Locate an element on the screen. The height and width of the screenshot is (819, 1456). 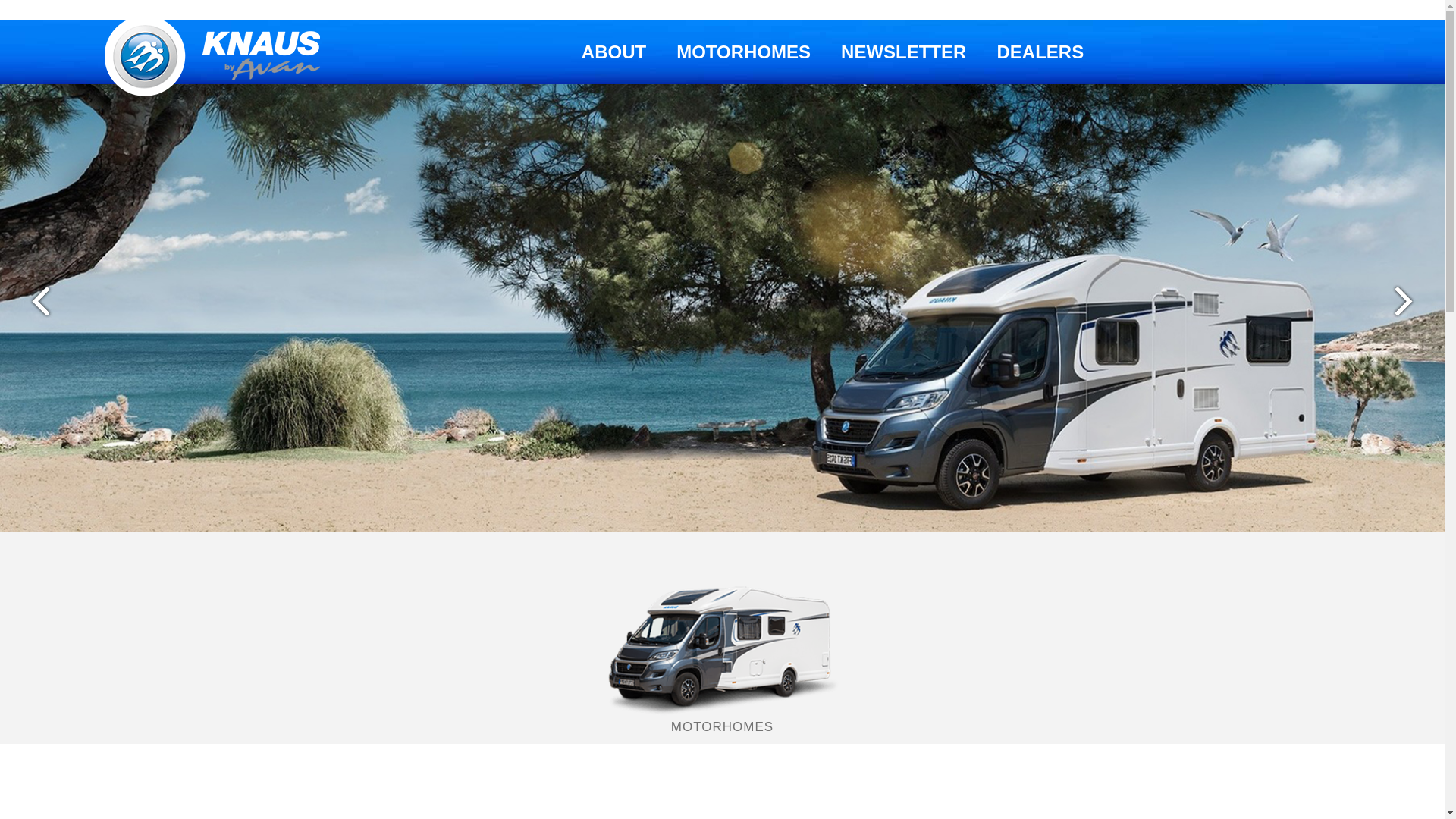
'ABOUT' is located at coordinates (566, 51).